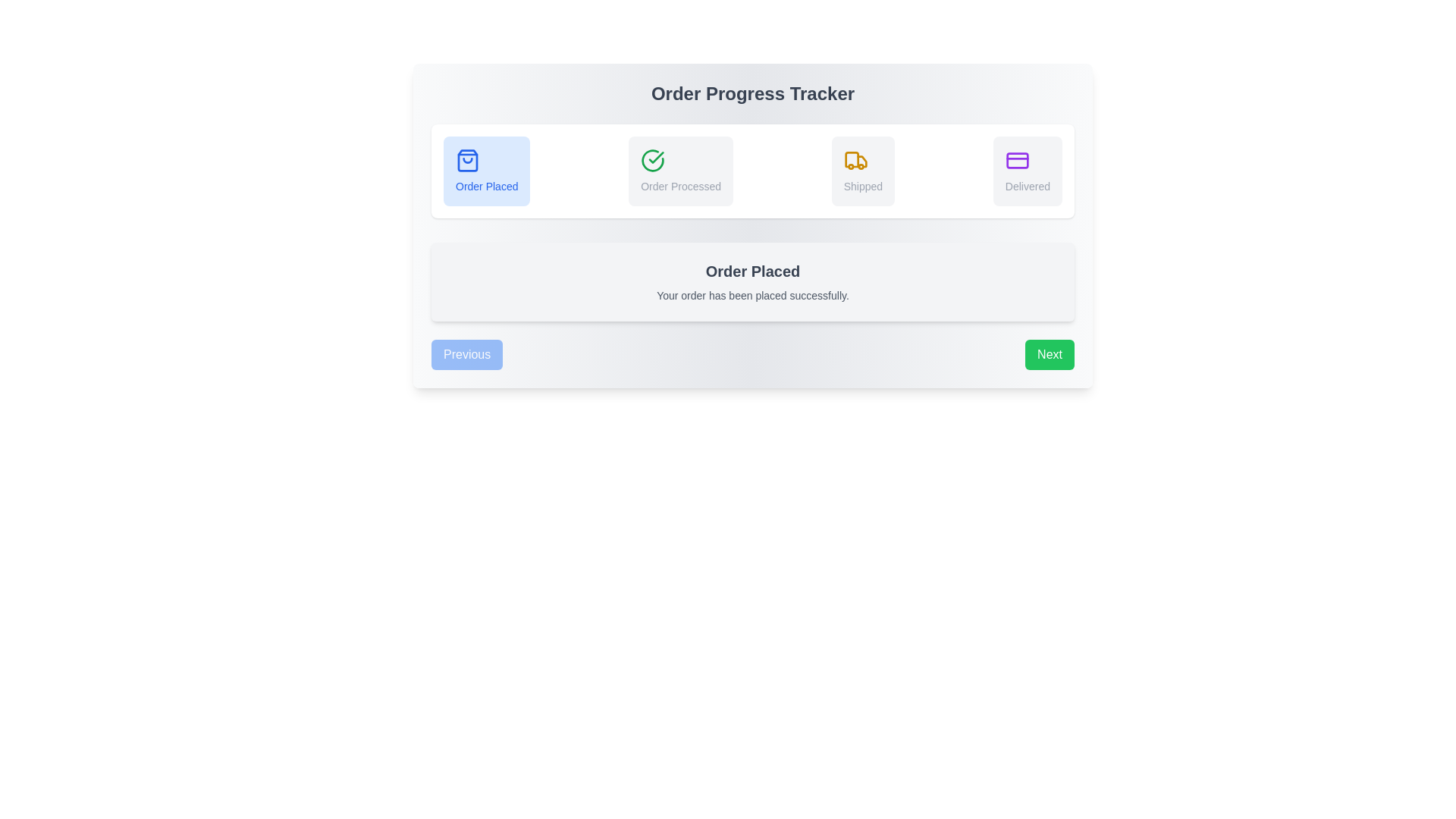  I want to click on the state of the purple credit card icon located at the rightmost position in the 'Order Progress Tracker' interface, which signifies the final stage above the 'Delivered' label, so click(1017, 161).